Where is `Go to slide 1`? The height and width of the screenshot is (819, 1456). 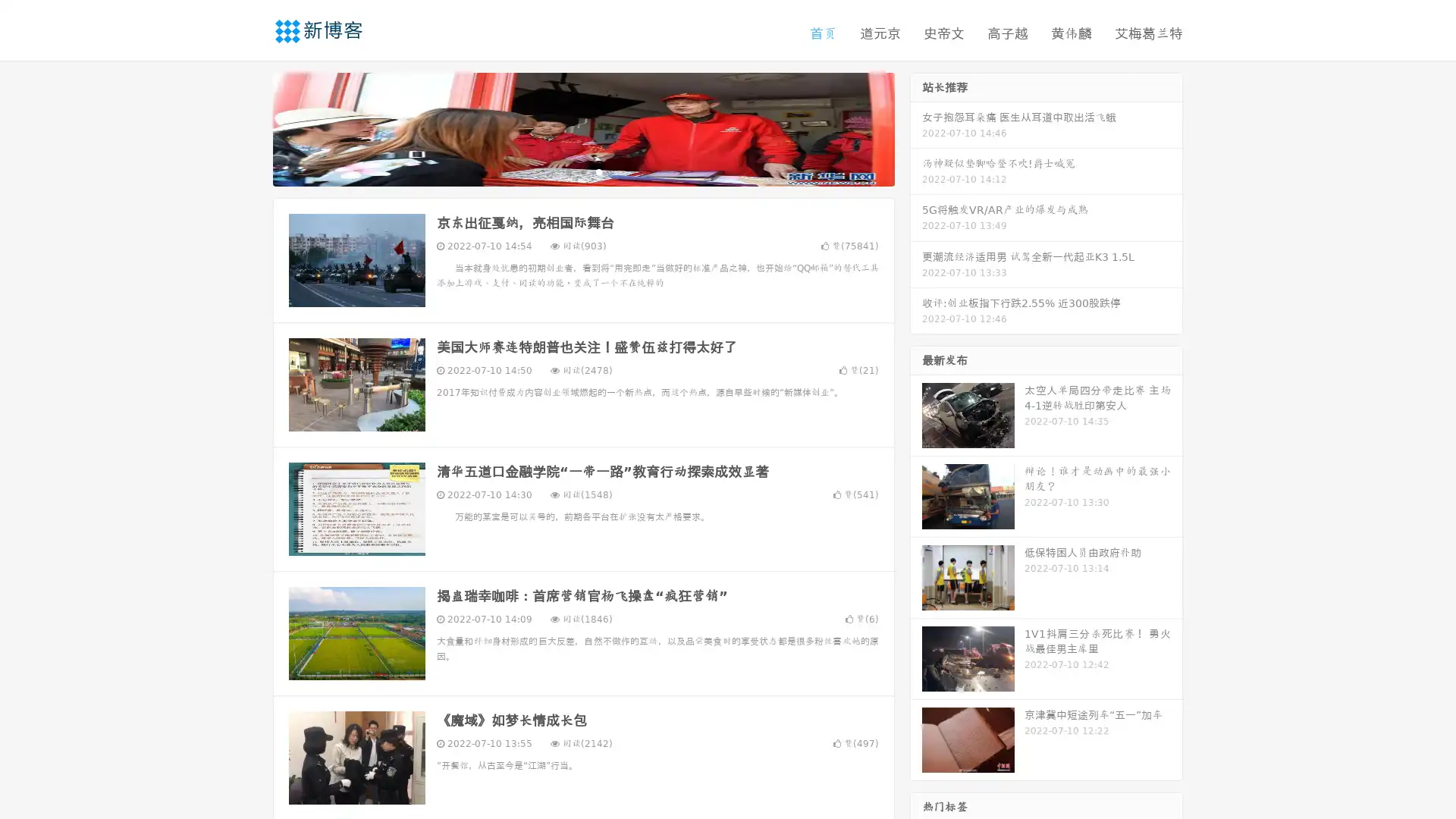
Go to slide 1 is located at coordinates (567, 171).